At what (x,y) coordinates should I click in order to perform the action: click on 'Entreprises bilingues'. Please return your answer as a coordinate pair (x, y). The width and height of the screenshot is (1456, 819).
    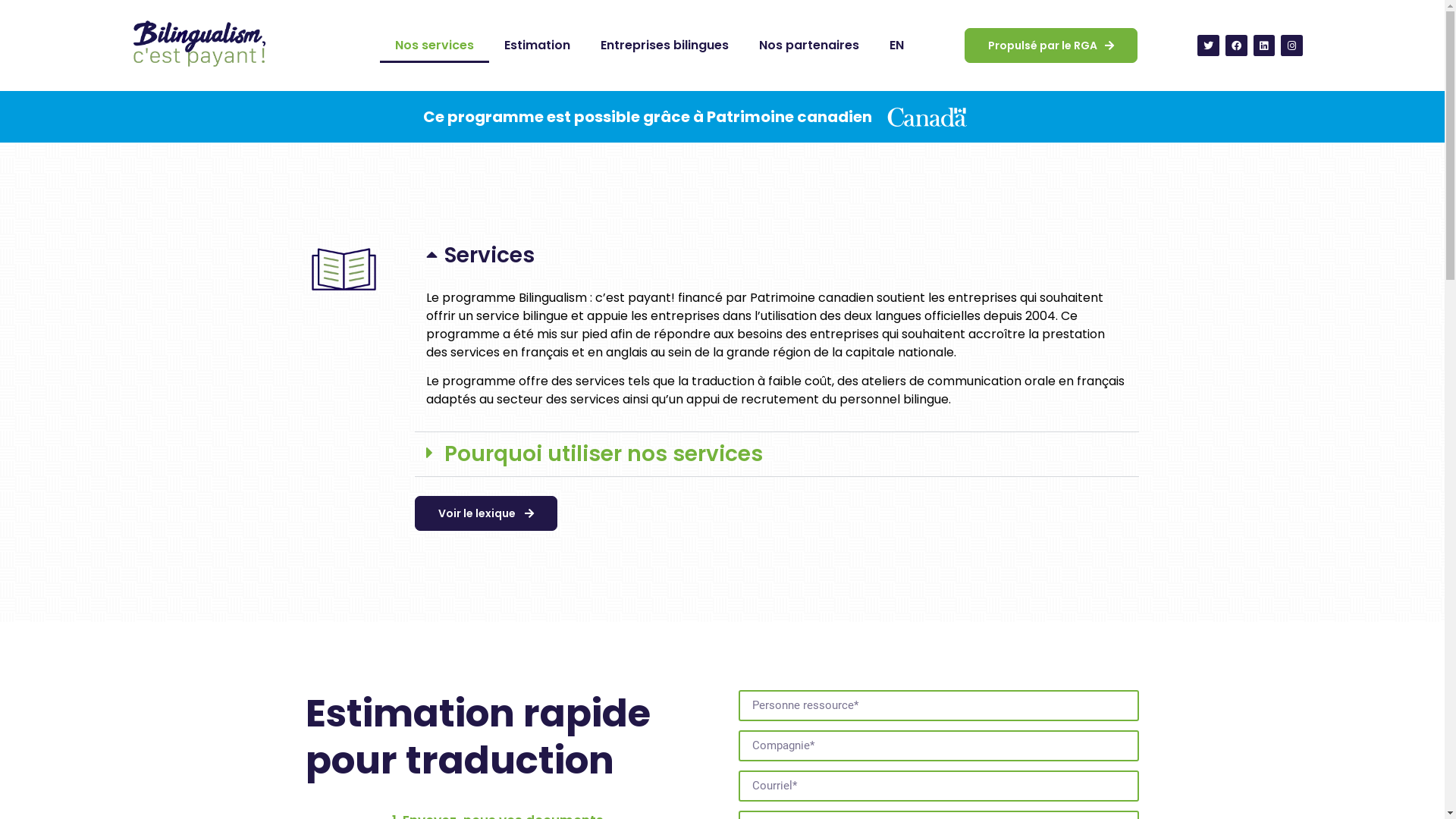
    Looking at the image, I should click on (585, 45).